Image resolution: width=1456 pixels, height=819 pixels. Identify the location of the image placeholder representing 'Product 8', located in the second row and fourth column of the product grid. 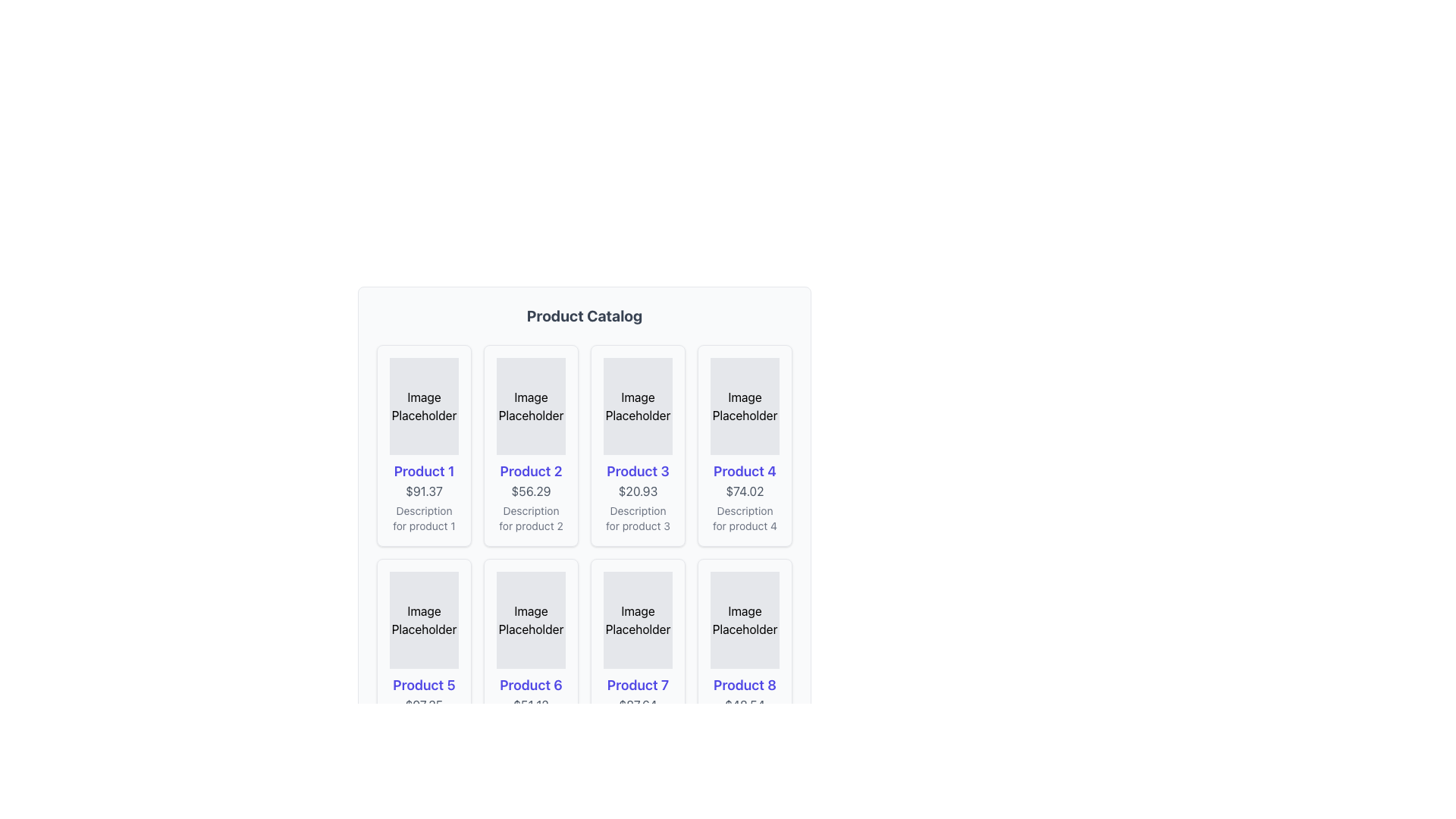
(745, 620).